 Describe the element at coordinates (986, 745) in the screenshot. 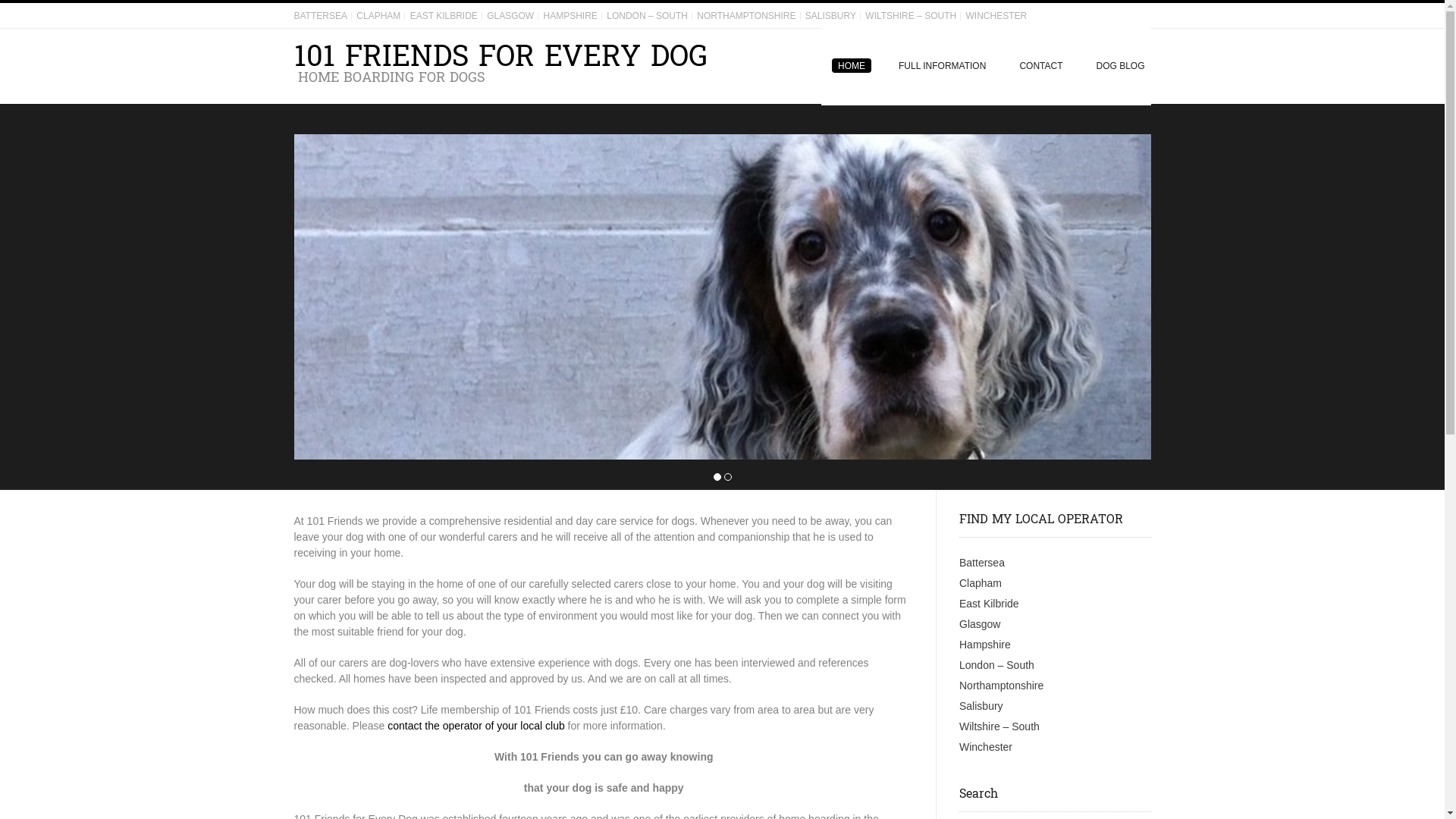

I see `'Winchester'` at that location.